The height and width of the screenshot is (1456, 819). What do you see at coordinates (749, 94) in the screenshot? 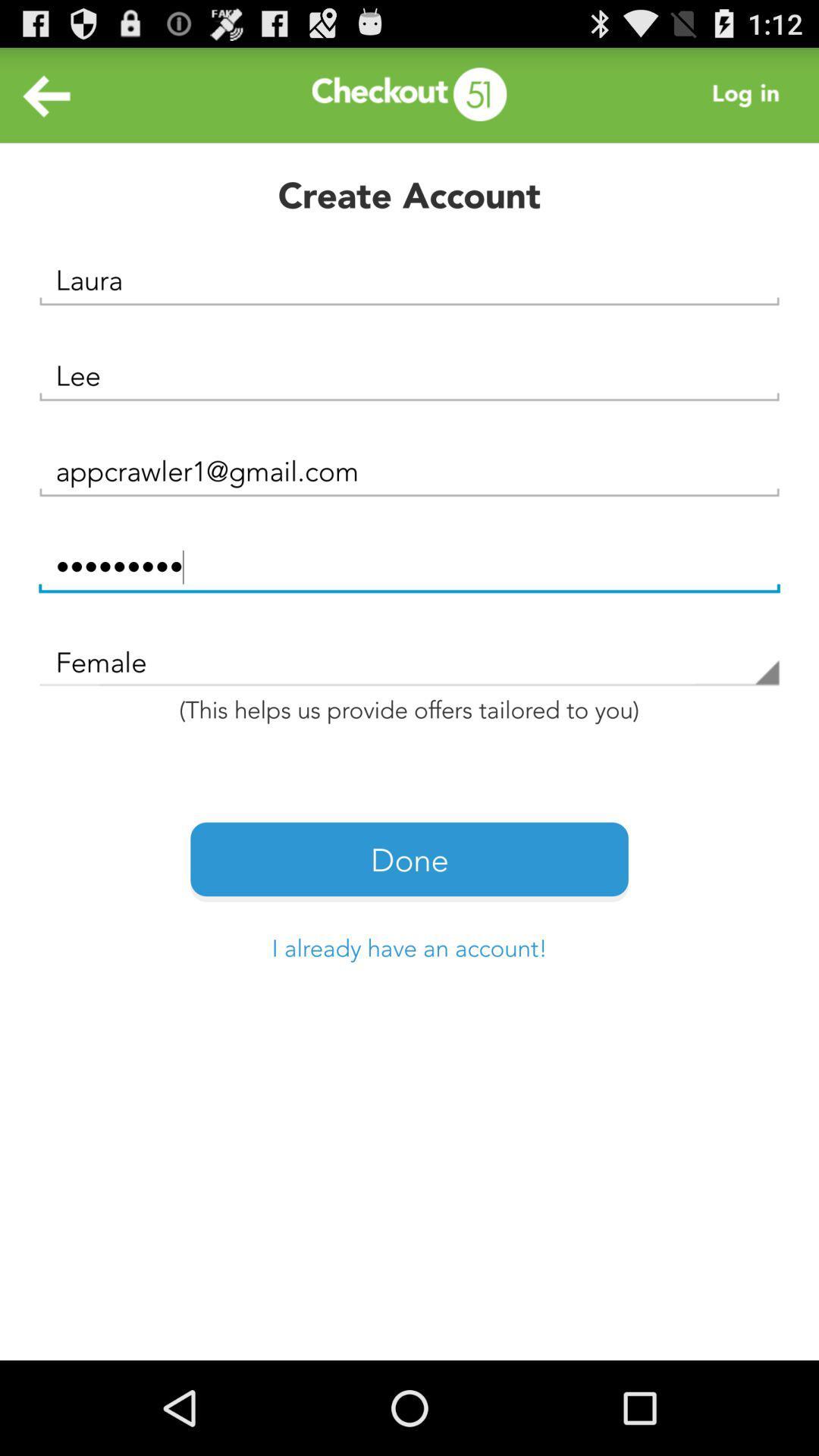
I see `open log in page` at bounding box center [749, 94].